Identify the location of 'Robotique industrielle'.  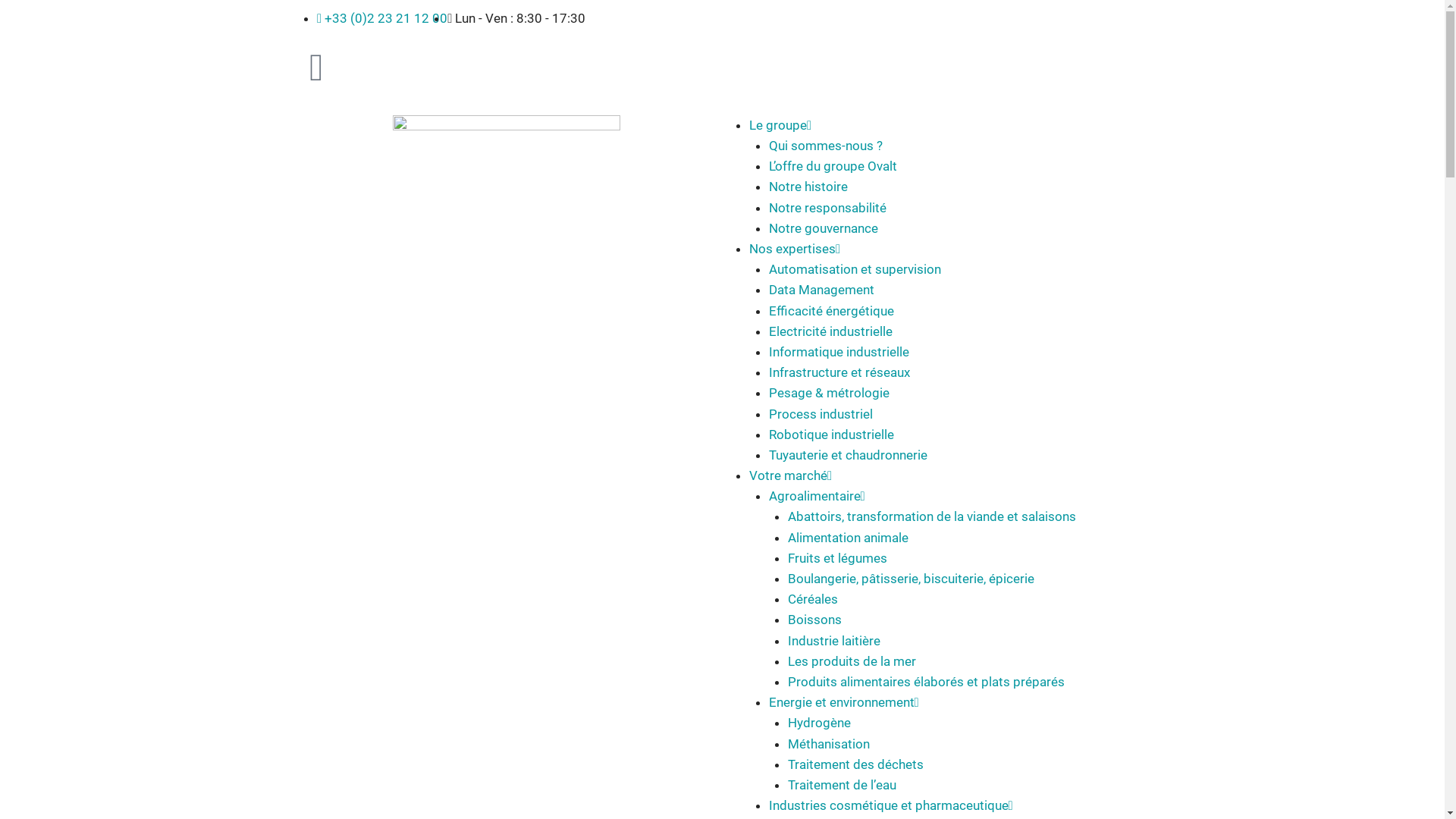
(830, 435).